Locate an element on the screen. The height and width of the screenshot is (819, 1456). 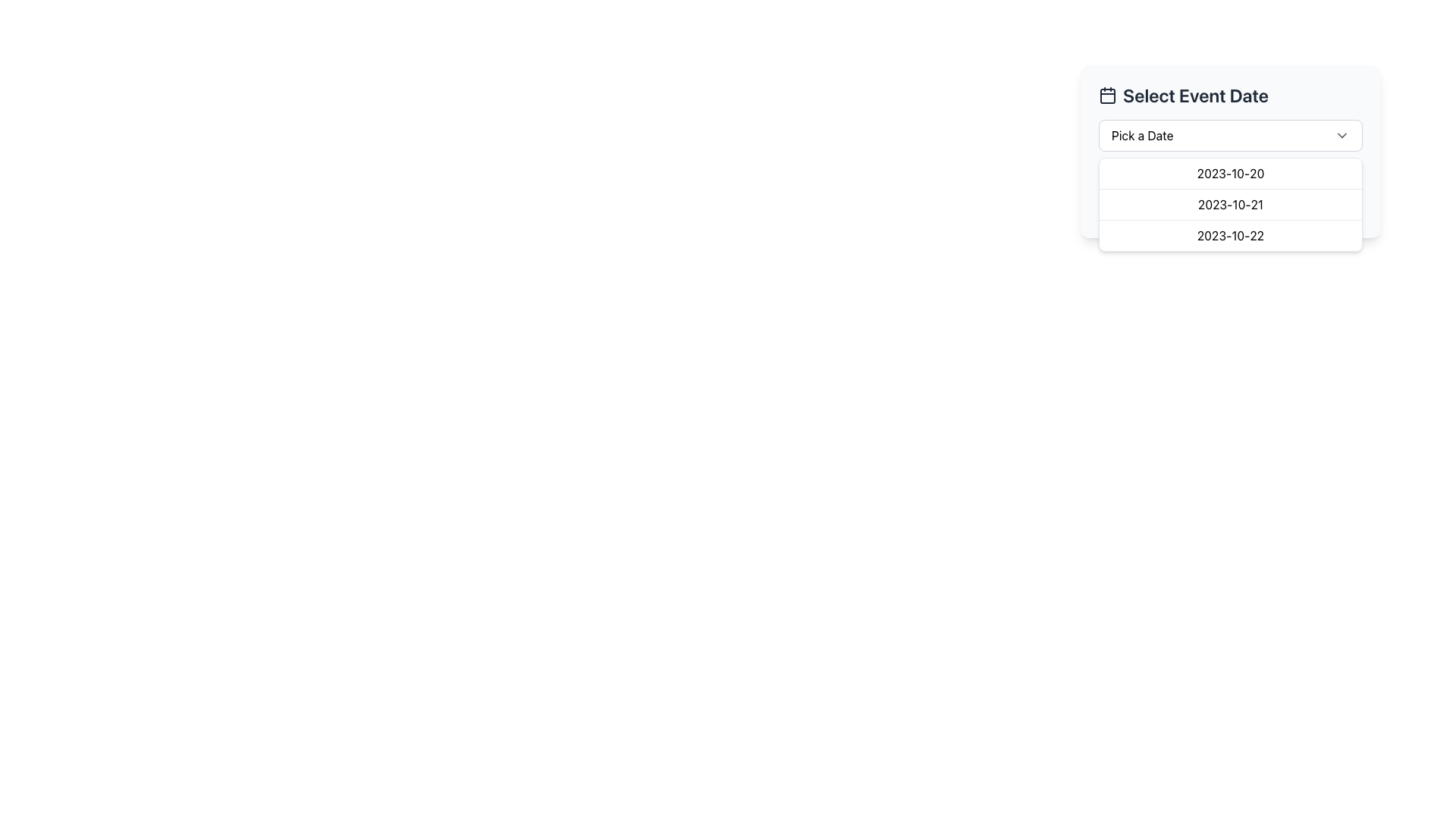
the downward-pointing chevron icon of the Dropdown Indicator located within the 'Pick a Date' box is located at coordinates (1342, 134).